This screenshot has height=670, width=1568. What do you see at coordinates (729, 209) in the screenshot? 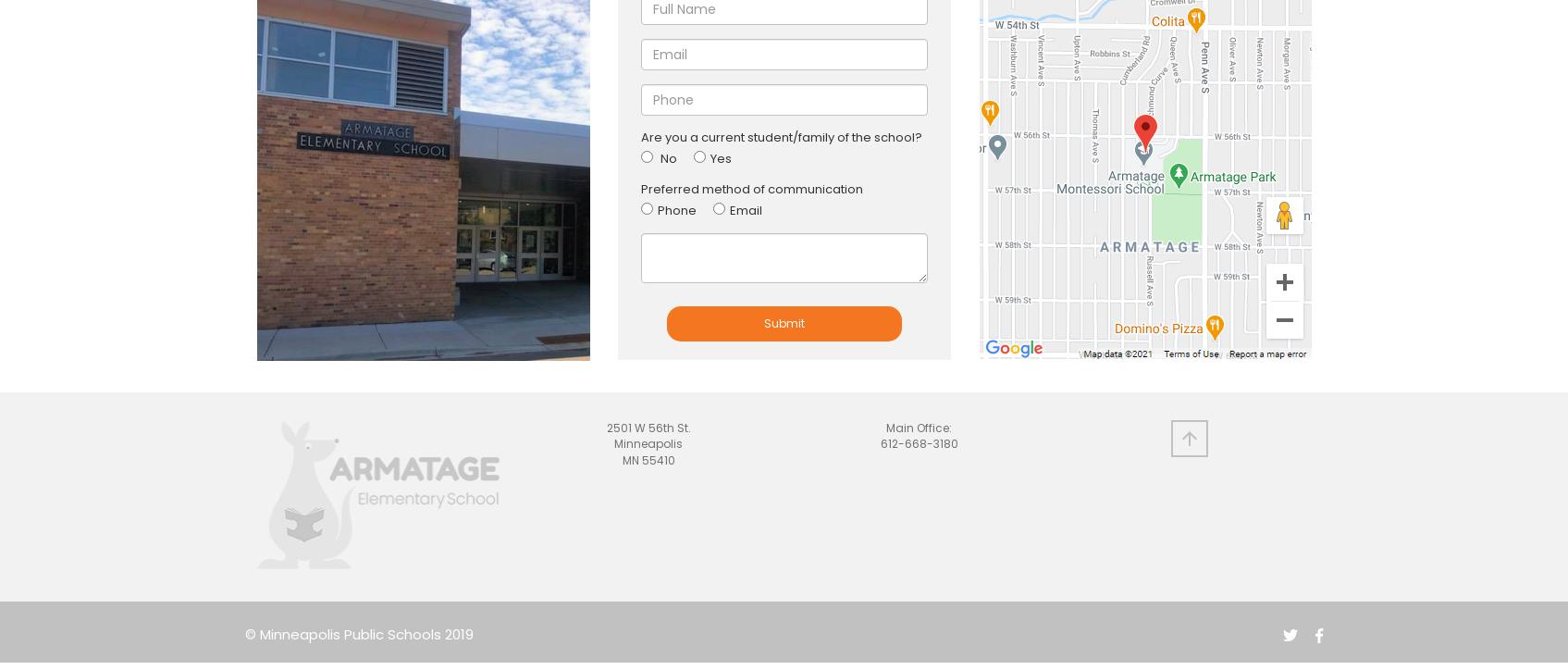
I see `'Email'` at bounding box center [729, 209].